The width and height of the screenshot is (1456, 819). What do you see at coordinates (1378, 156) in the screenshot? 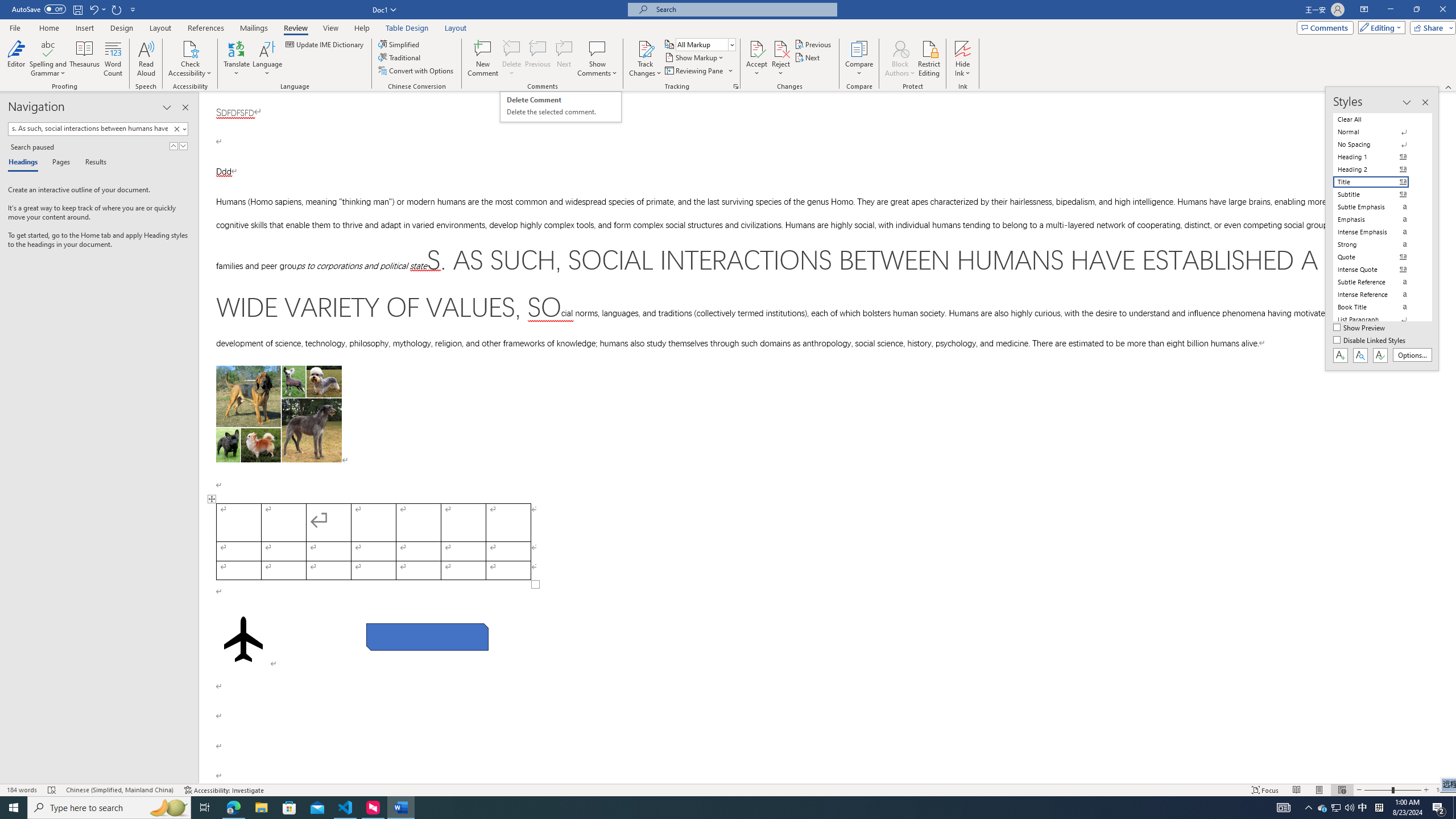
I see `'Heading 1'` at bounding box center [1378, 156].